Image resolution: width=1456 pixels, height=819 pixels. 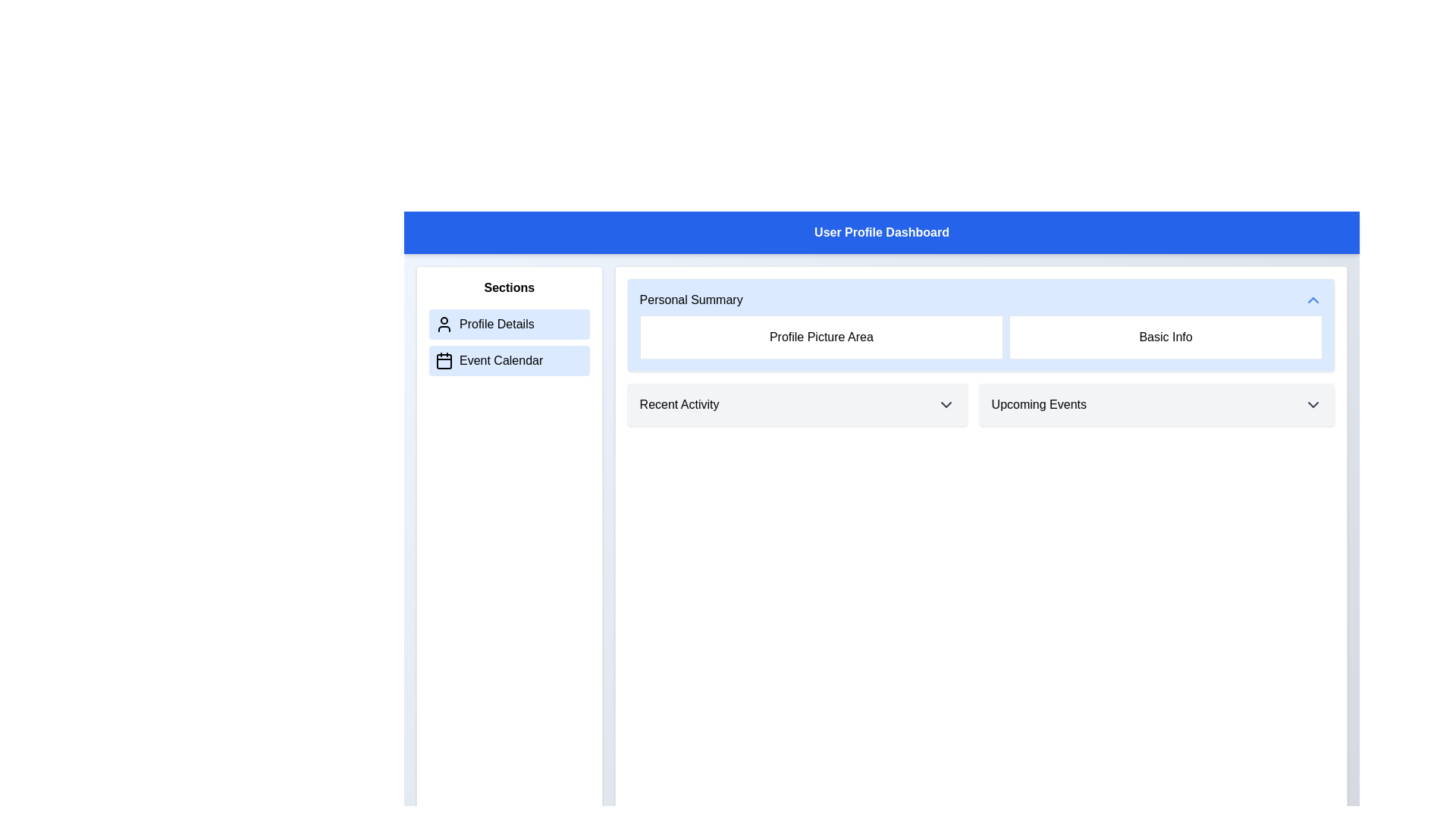 I want to click on the header titled 'User Profile Dashboard' which has a strong blue background and spans the entire width of the interface, so click(x=881, y=233).